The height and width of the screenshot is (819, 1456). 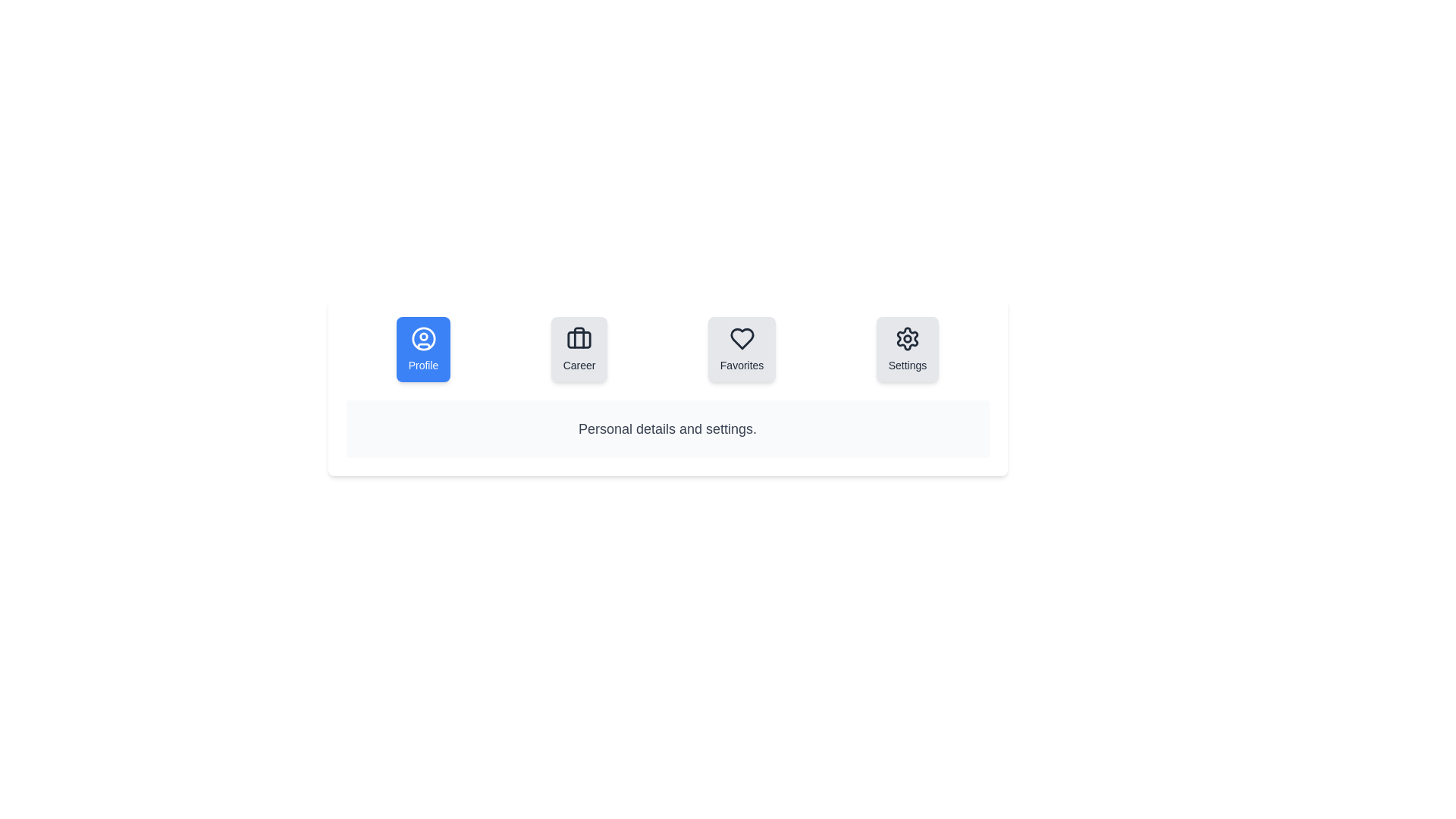 I want to click on the Favorites tab, so click(x=742, y=350).